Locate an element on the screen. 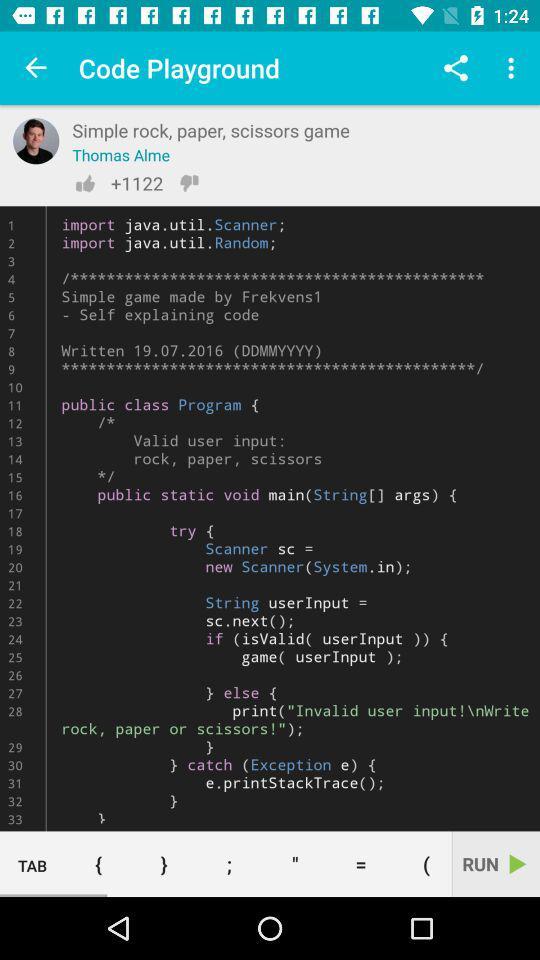 This screenshot has height=960, width=540. the button to the right of the " icon is located at coordinates (359, 863).